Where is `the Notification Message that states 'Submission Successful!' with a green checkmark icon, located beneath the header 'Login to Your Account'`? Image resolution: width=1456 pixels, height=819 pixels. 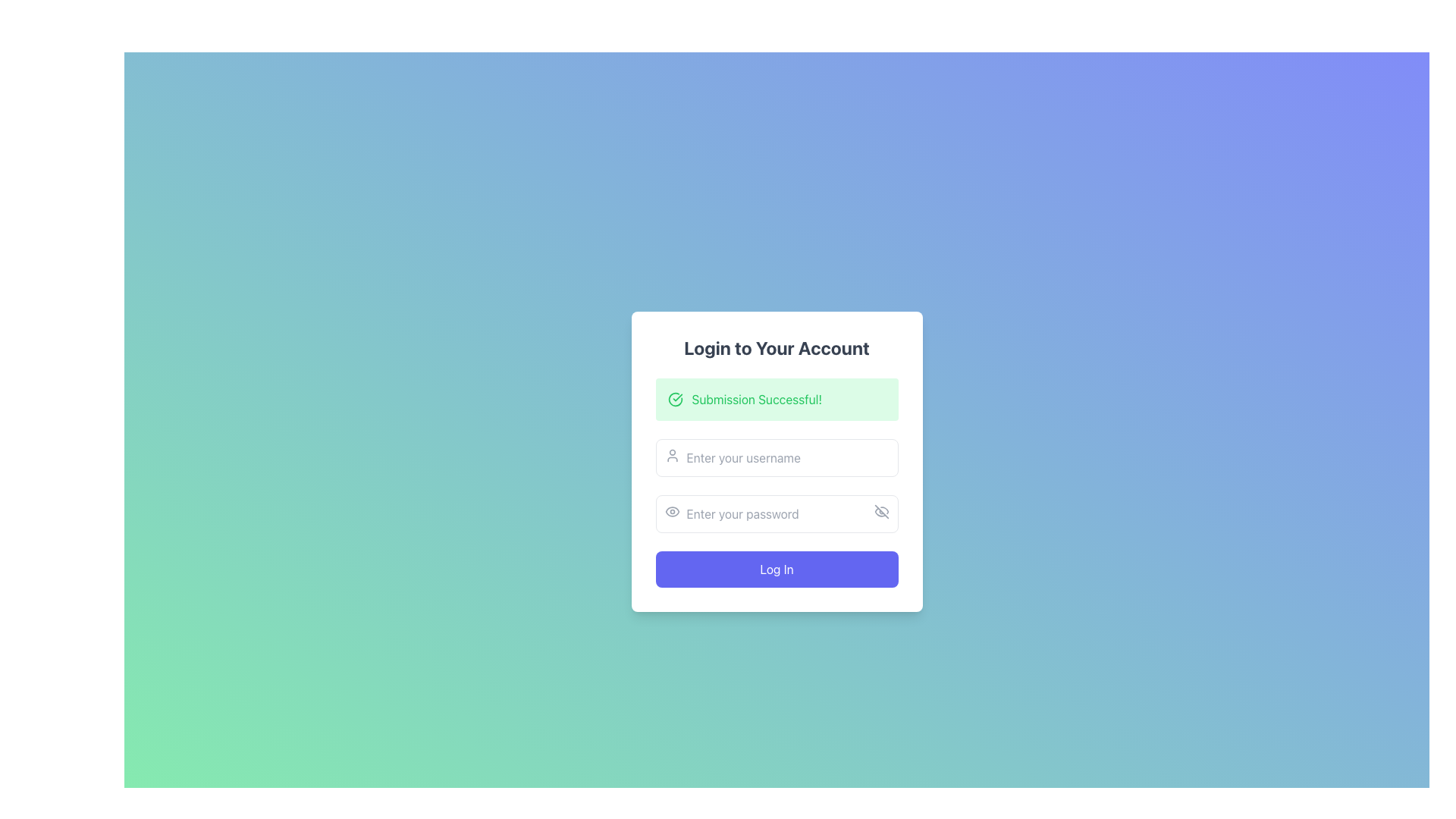
the Notification Message that states 'Submission Successful!' with a green checkmark icon, located beneath the header 'Login to Your Account' is located at coordinates (777, 399).